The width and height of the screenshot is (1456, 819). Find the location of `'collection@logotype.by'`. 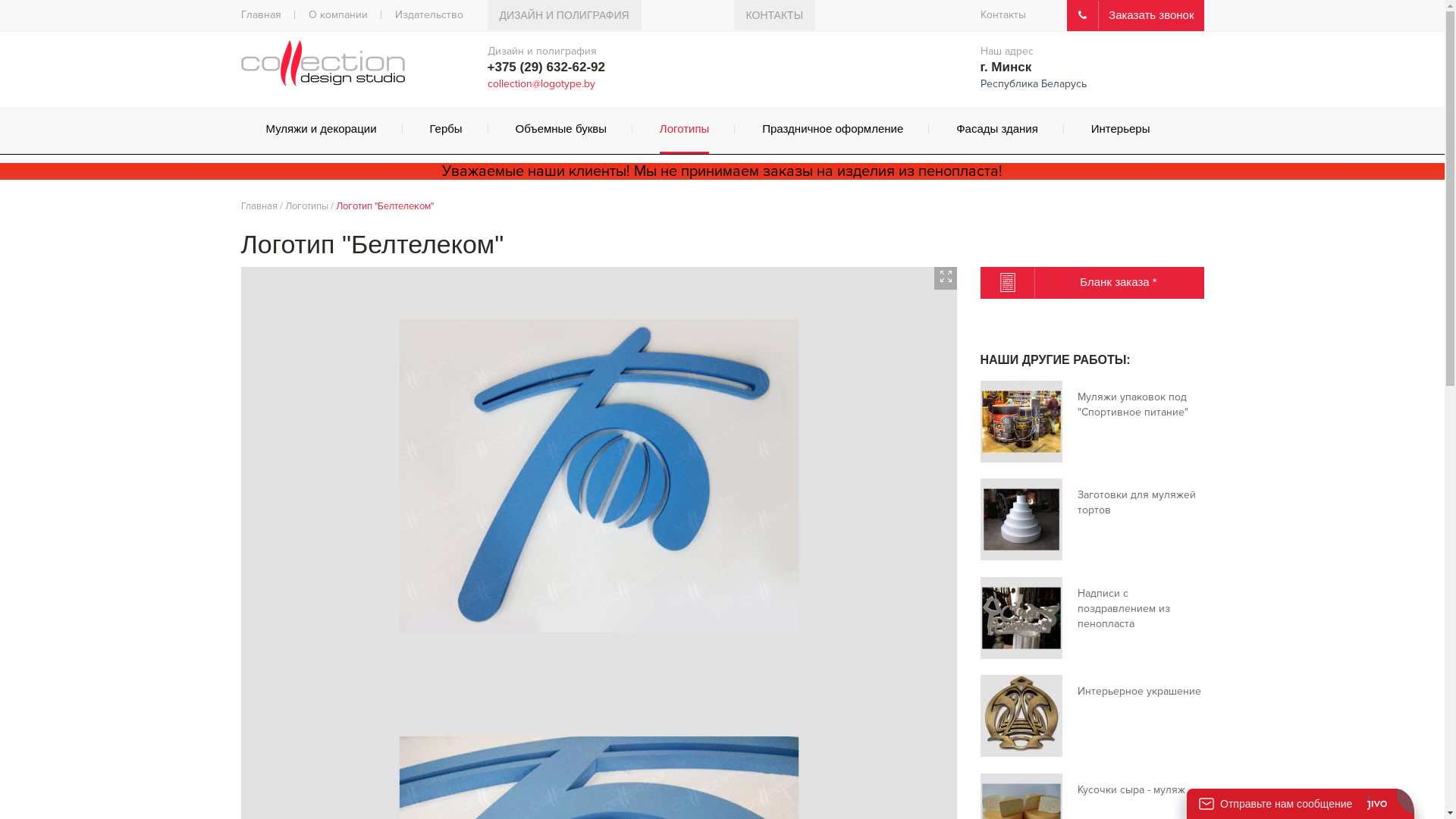

'collection@logotype.by' is located at coordinates (487, 83).